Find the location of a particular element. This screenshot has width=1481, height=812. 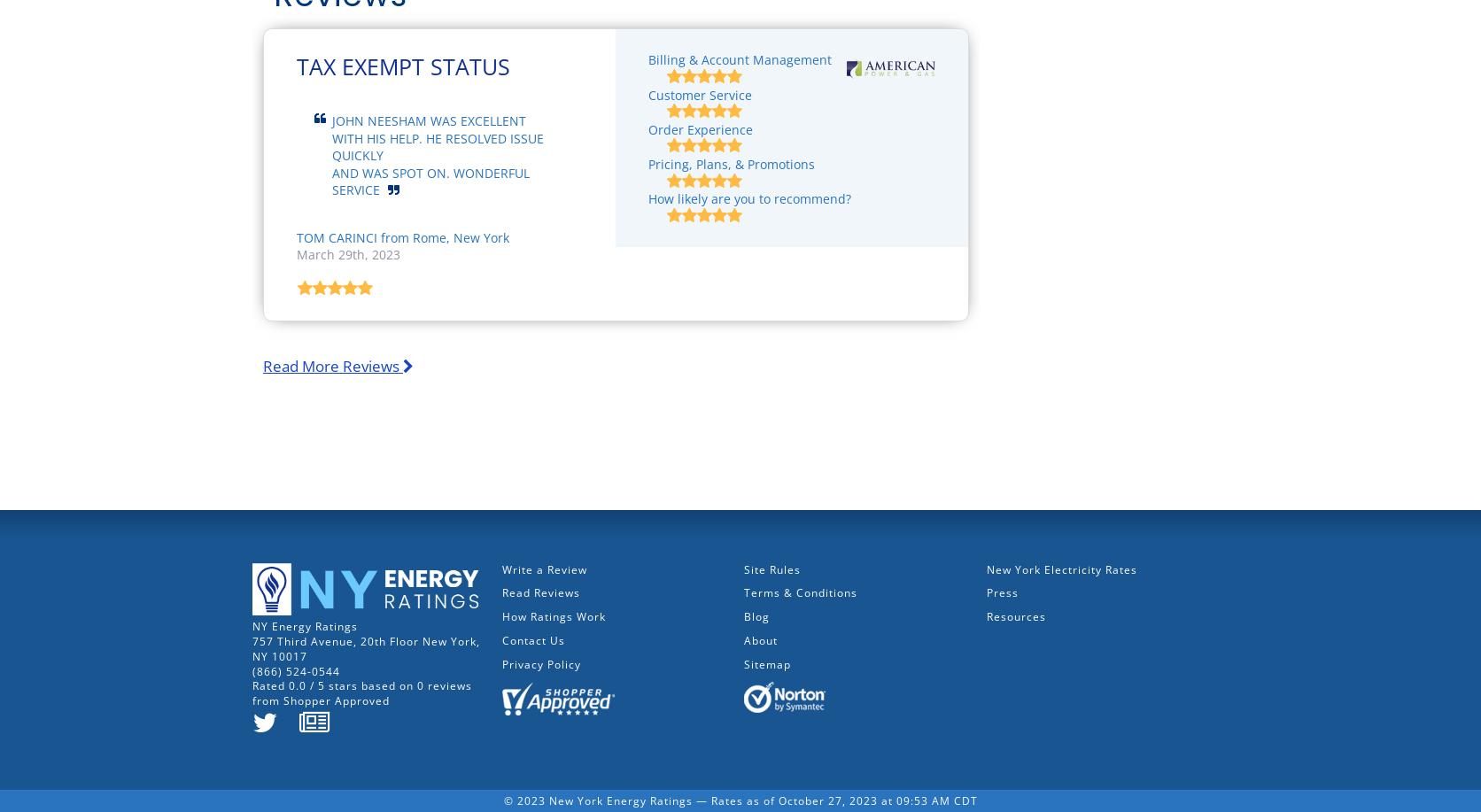

',' is located at coordinates (477, 640).